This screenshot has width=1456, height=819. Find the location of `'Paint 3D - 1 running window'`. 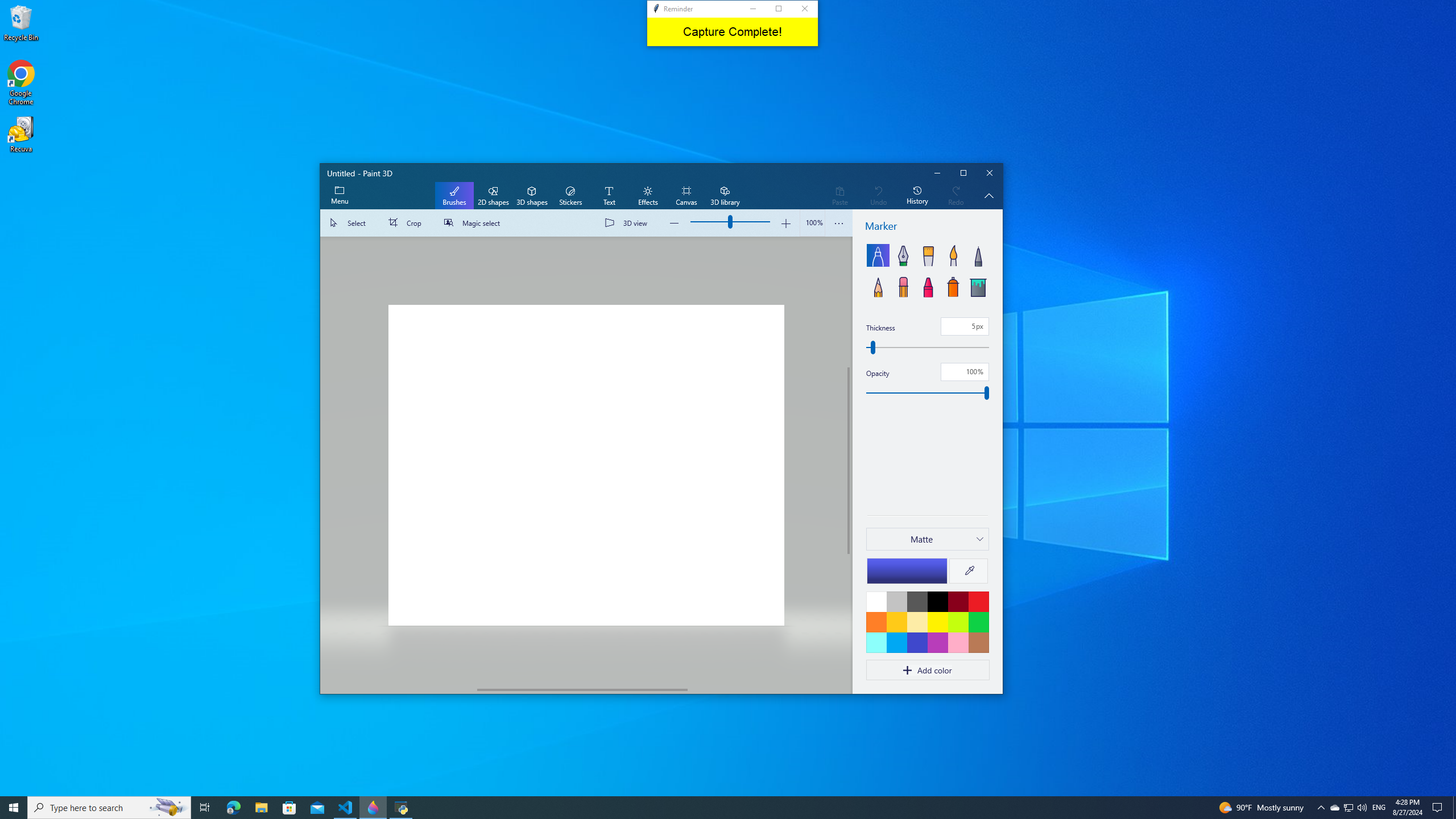

'Paint 3D - 1 running window' is located at coordinates (373, 806).